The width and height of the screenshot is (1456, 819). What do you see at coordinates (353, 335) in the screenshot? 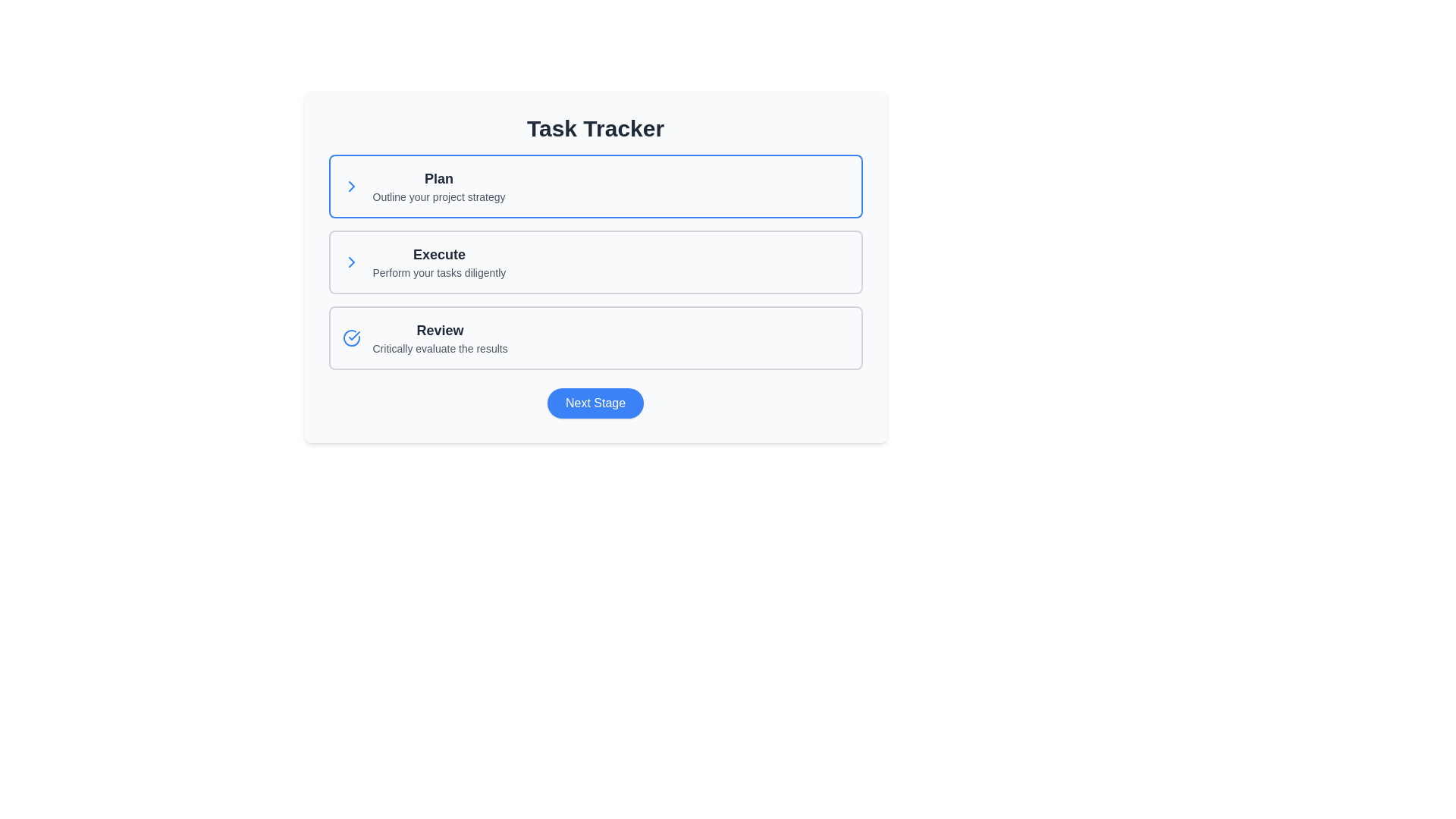
I see `the SVG Icon that indicates task completion, located within the 'Review' task item component at the bottom of the task list` at bounding box center [353, 335].